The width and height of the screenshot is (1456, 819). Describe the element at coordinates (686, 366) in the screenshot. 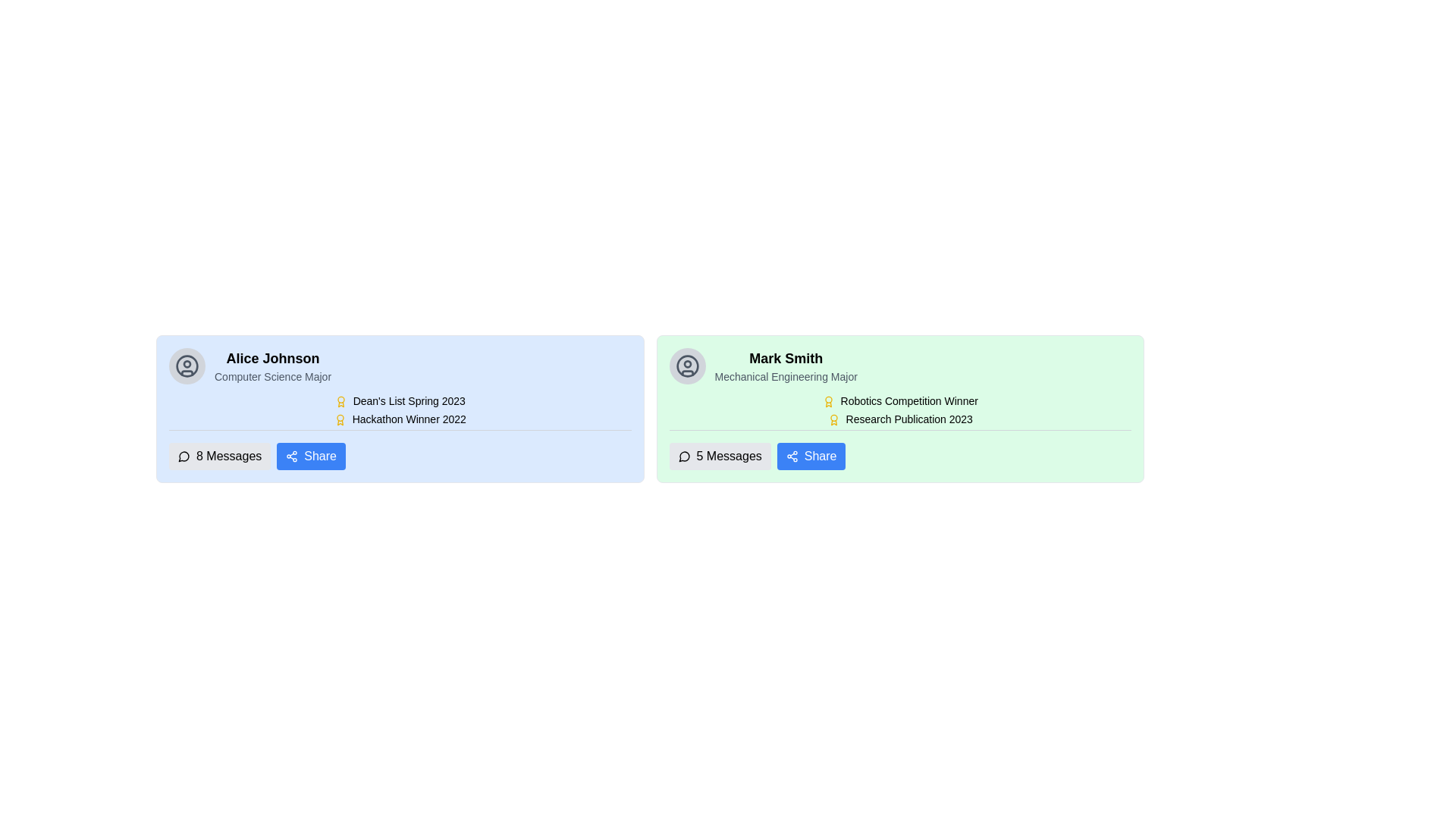

I see `the outermost circular component of the user profile icon located in the top-left corner of the right card to identify the user identity section` at that location.